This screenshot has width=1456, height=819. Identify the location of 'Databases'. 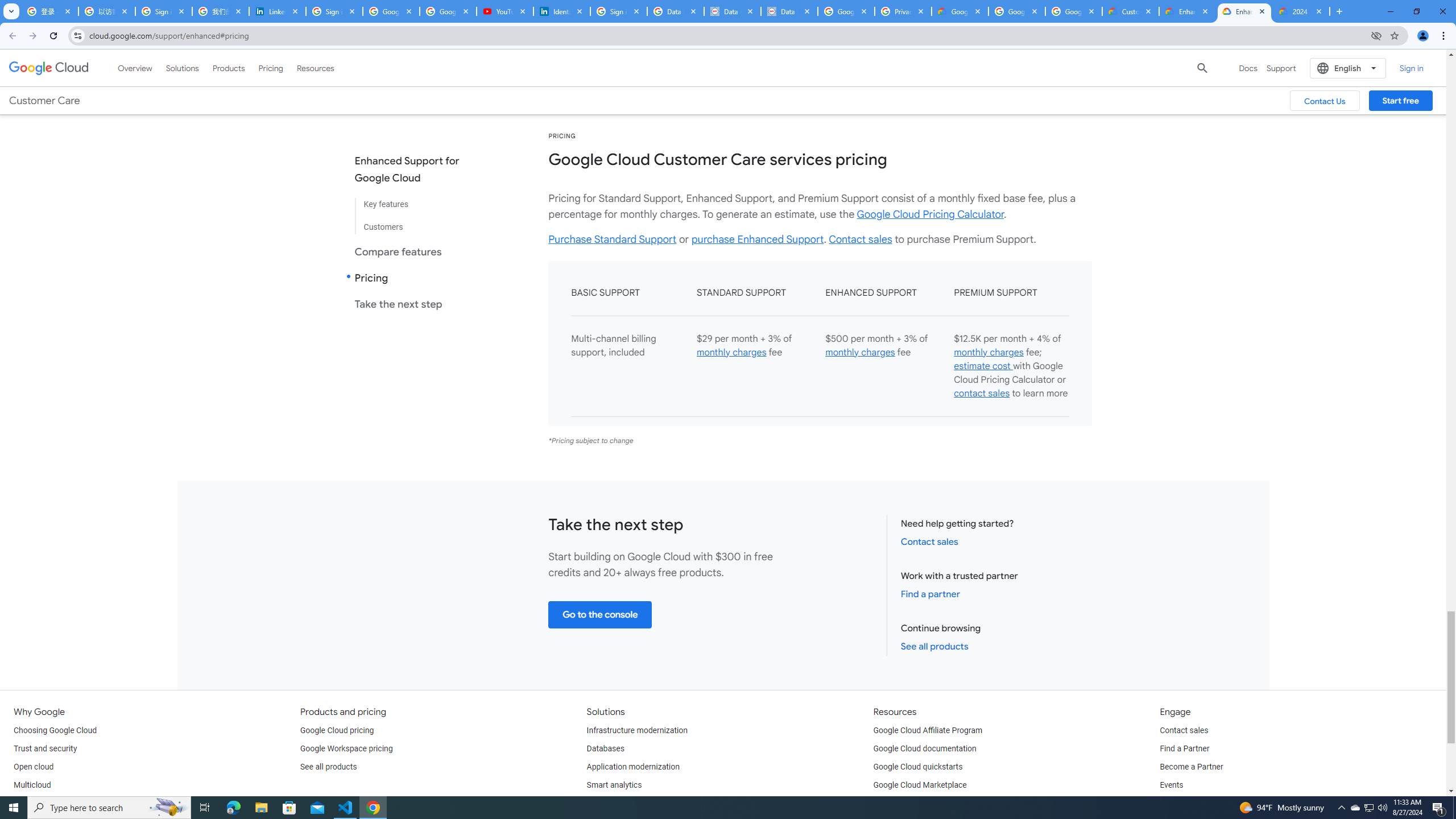
(605, 748).